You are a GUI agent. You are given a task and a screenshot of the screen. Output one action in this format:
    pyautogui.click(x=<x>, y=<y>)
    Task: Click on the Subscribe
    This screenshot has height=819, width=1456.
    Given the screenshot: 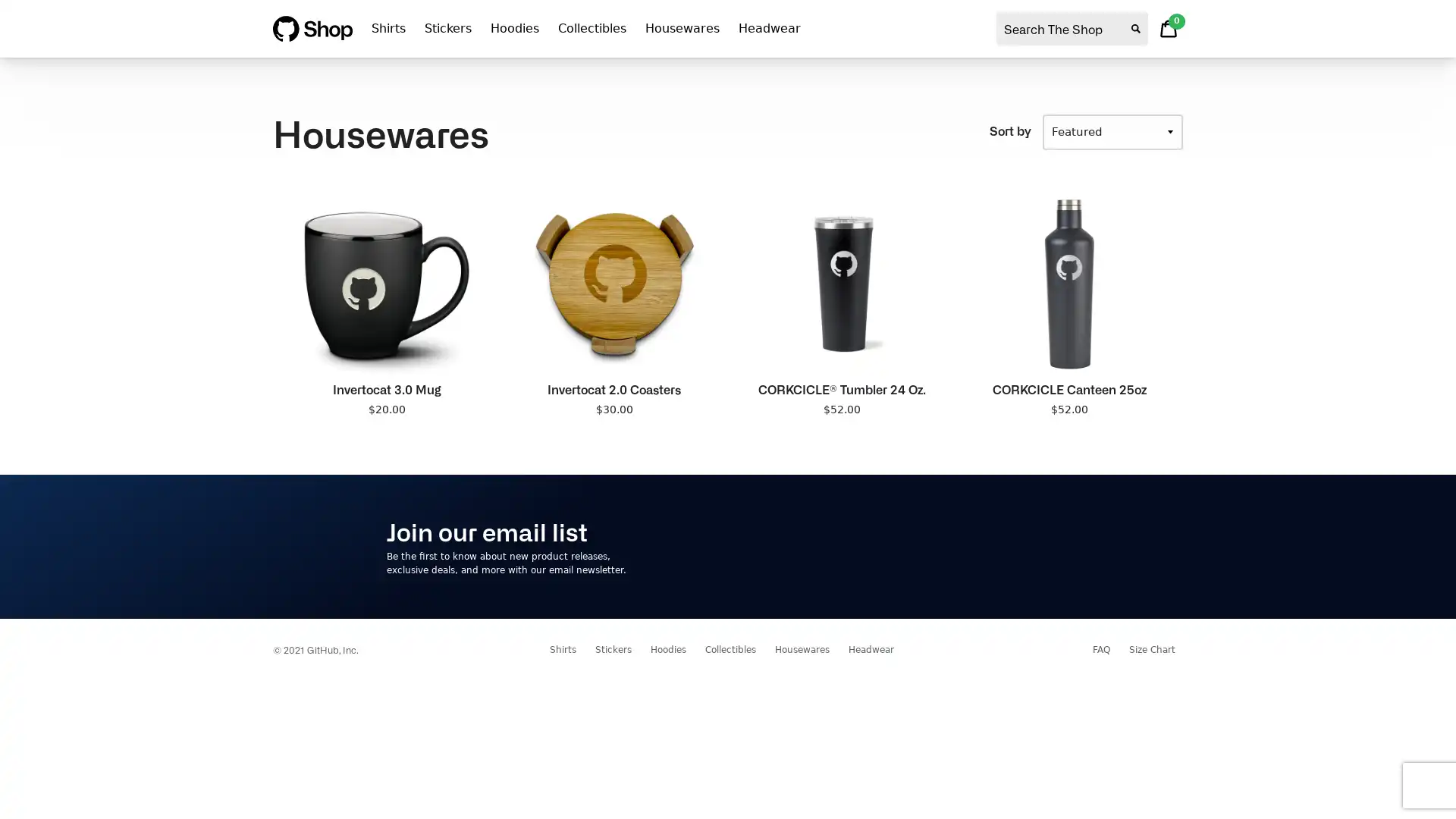 What is the action you would take?
    pyautogui.click(x=1023, y=546)
    